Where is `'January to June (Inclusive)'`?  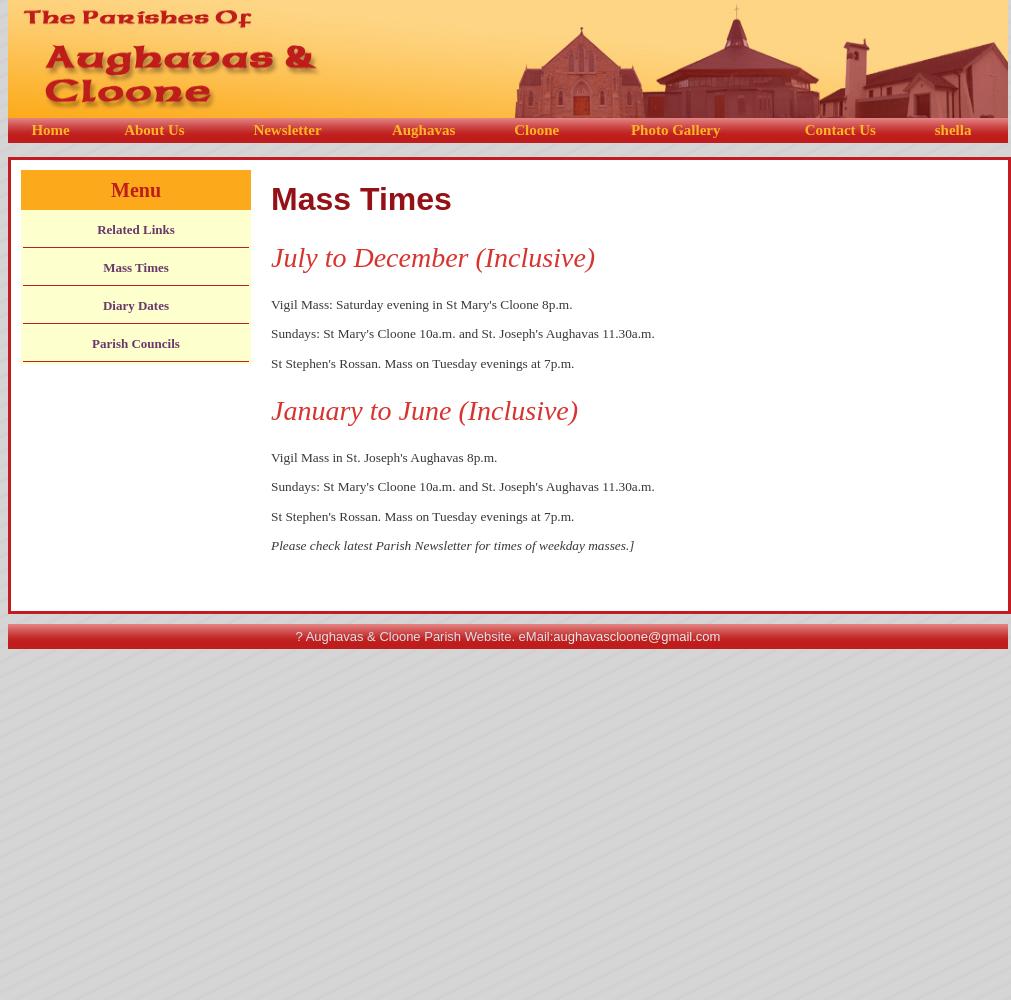
'January to June (Inclusive)' is located at coordinates (423, 409).